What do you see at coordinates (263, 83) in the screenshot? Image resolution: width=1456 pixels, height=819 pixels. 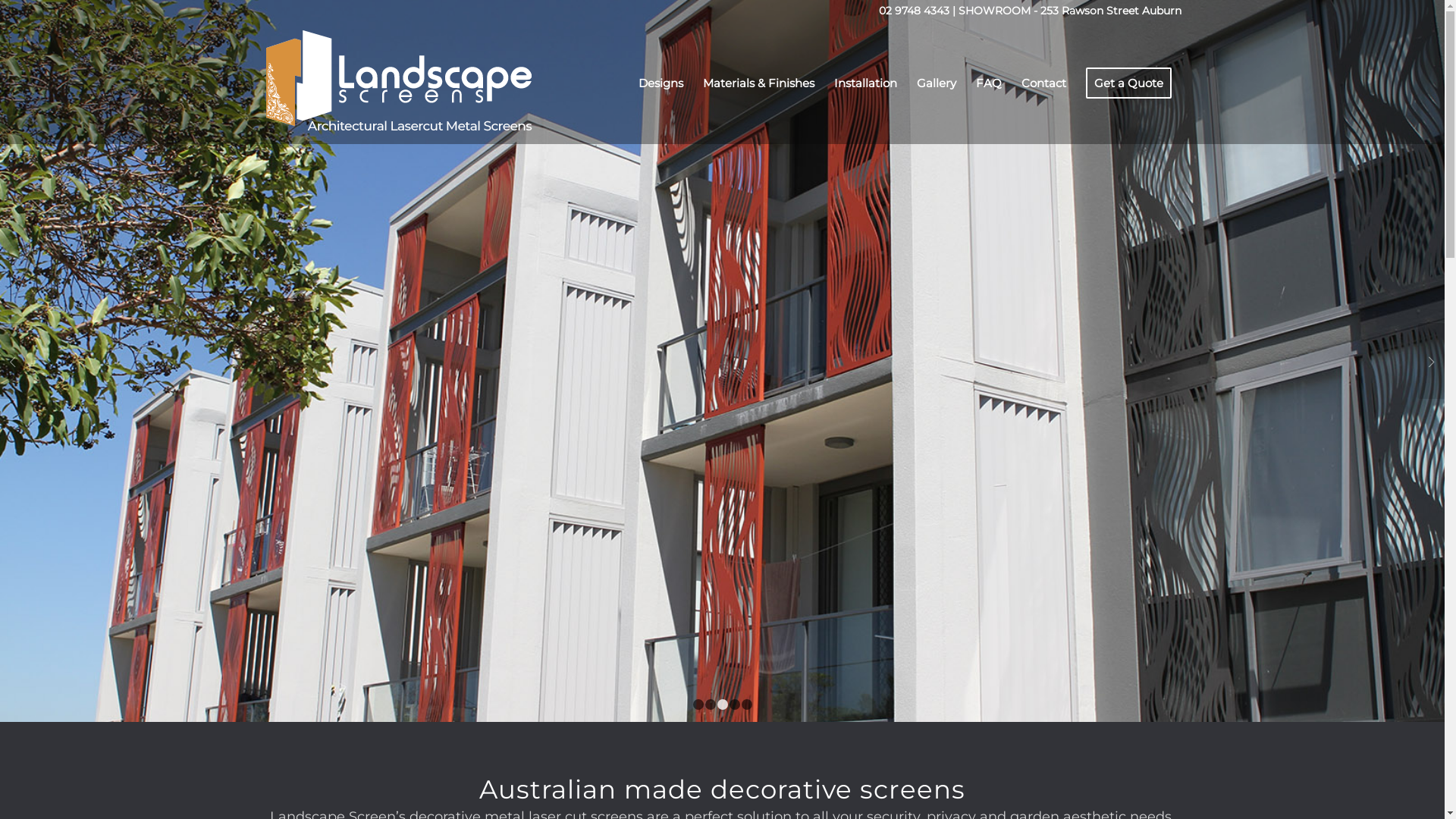 I see `'landscape screens logo reverse'` at bounding box center [263, 83].